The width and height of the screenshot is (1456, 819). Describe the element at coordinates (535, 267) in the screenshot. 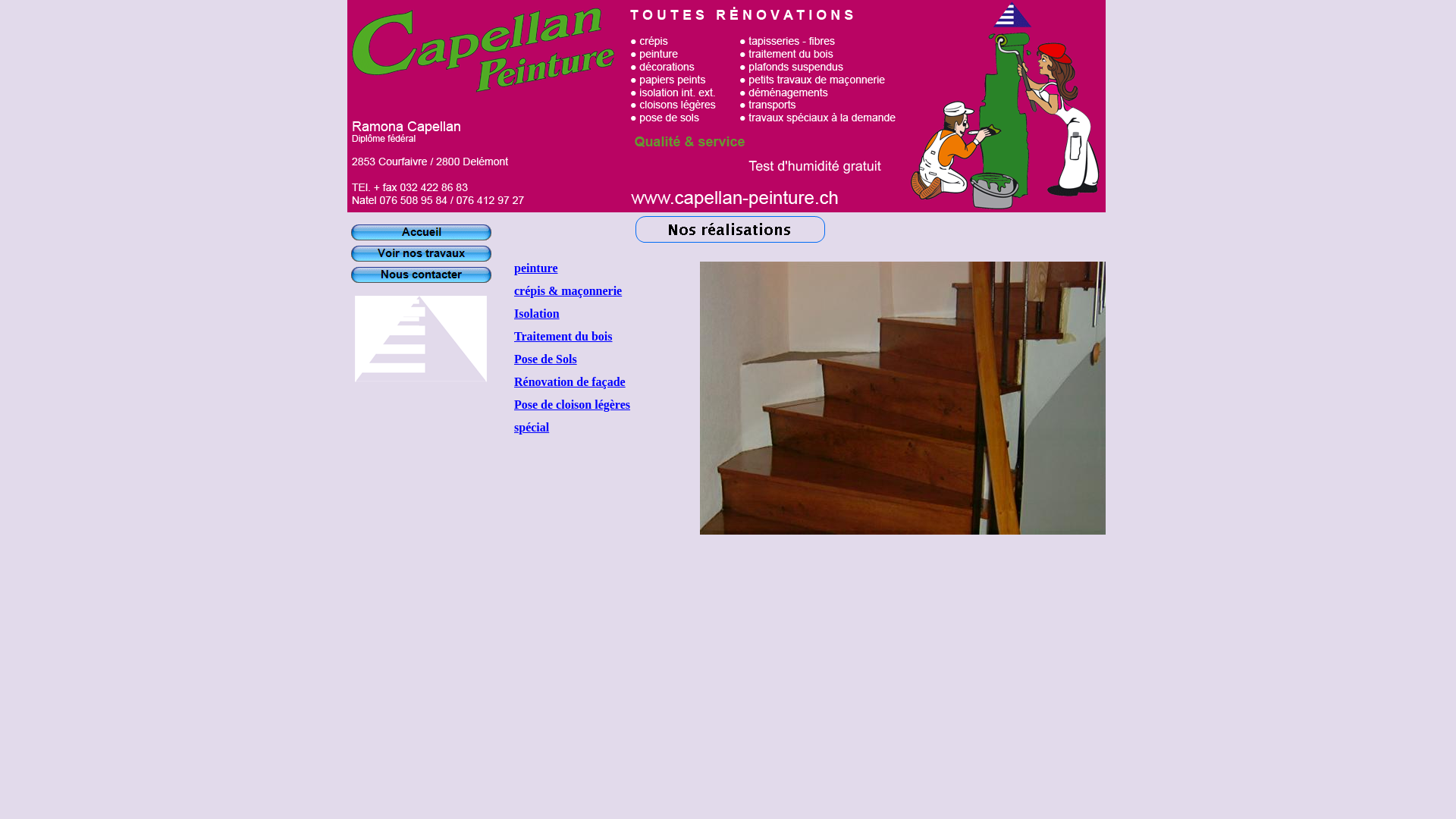

I see `'peinture'` at that location.